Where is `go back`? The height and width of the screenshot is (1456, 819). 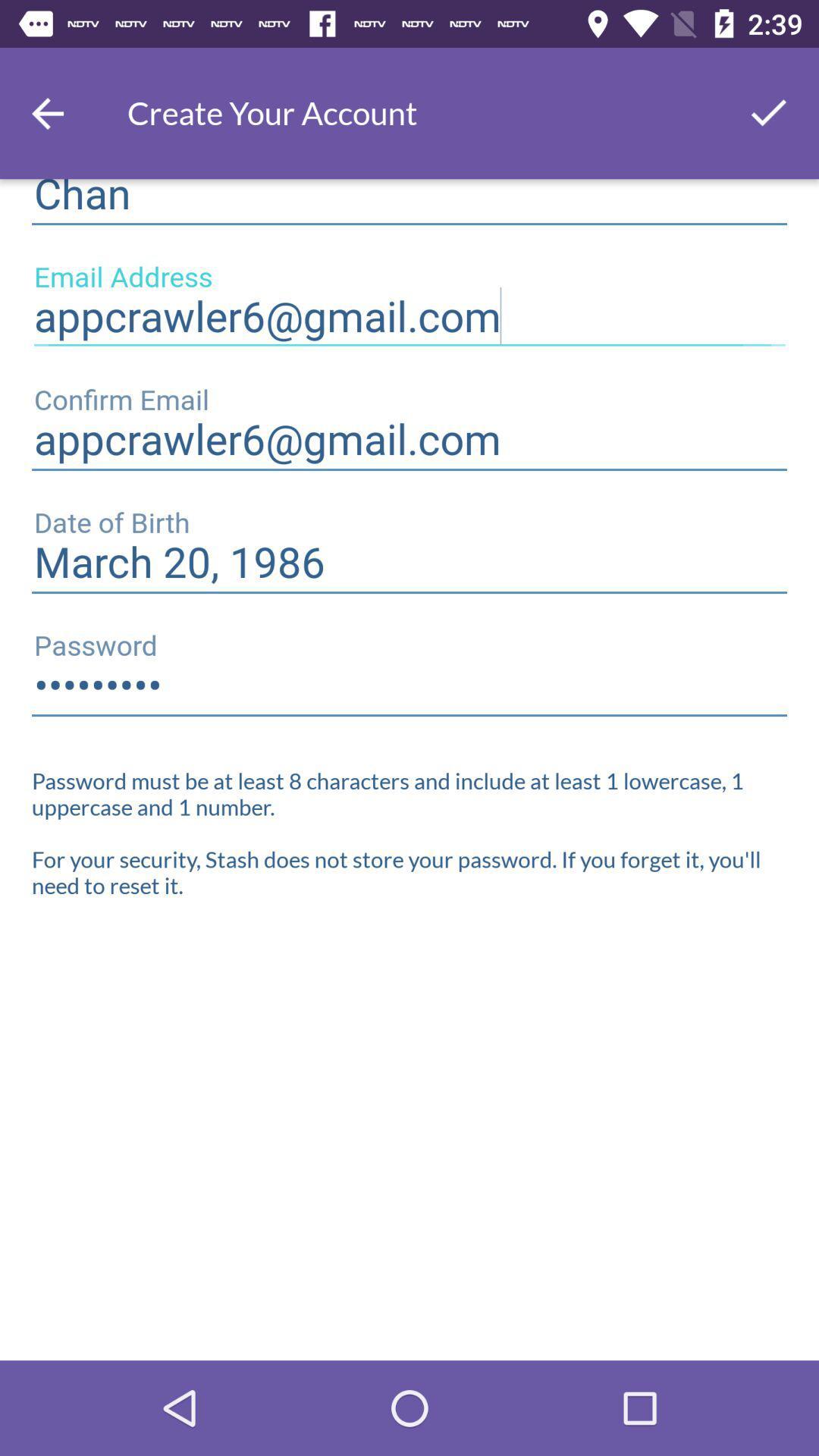 go back is located at coordinates (46, 112).